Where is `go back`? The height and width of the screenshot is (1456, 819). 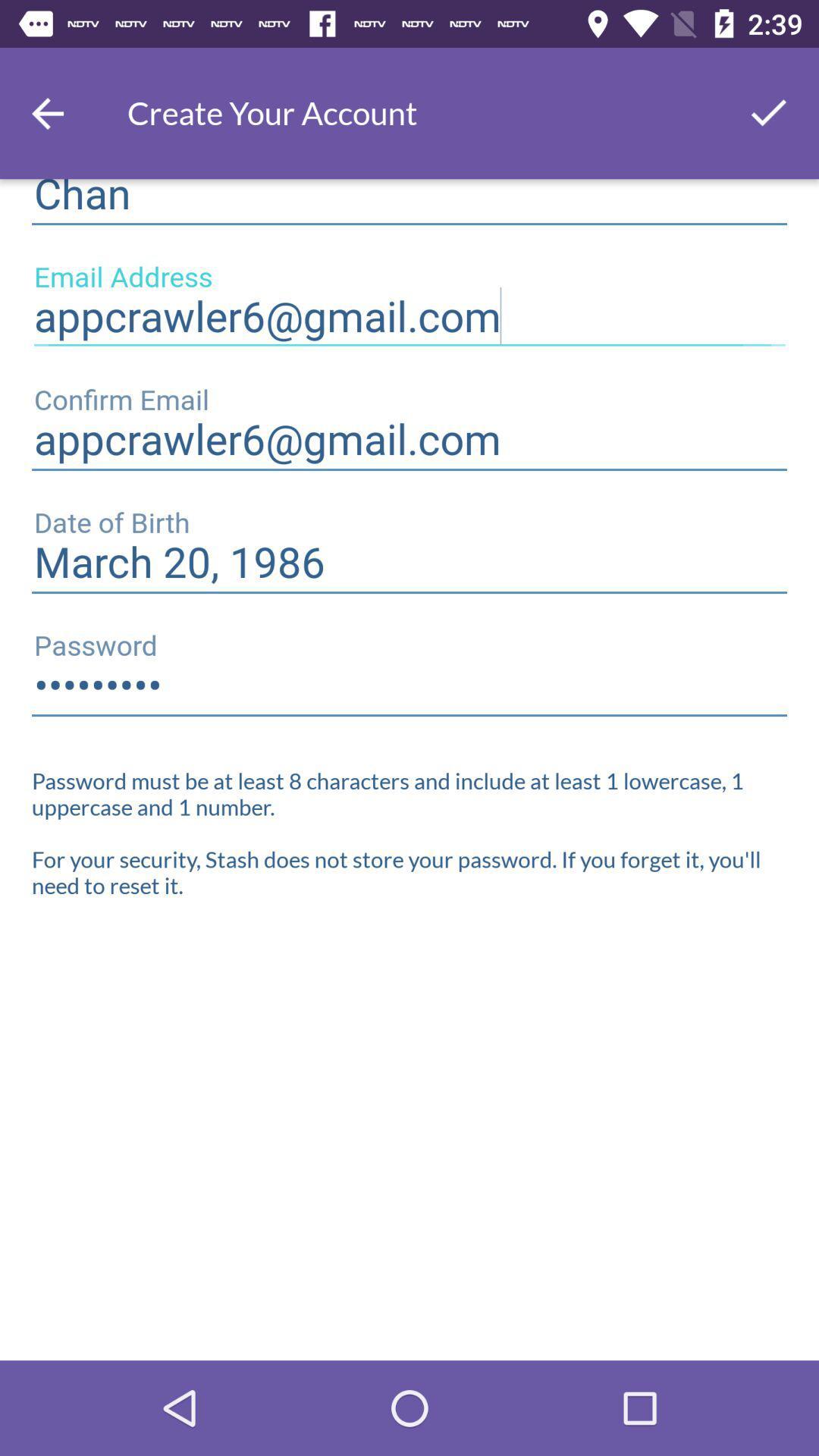 go back is located at coordinates (46, 112).